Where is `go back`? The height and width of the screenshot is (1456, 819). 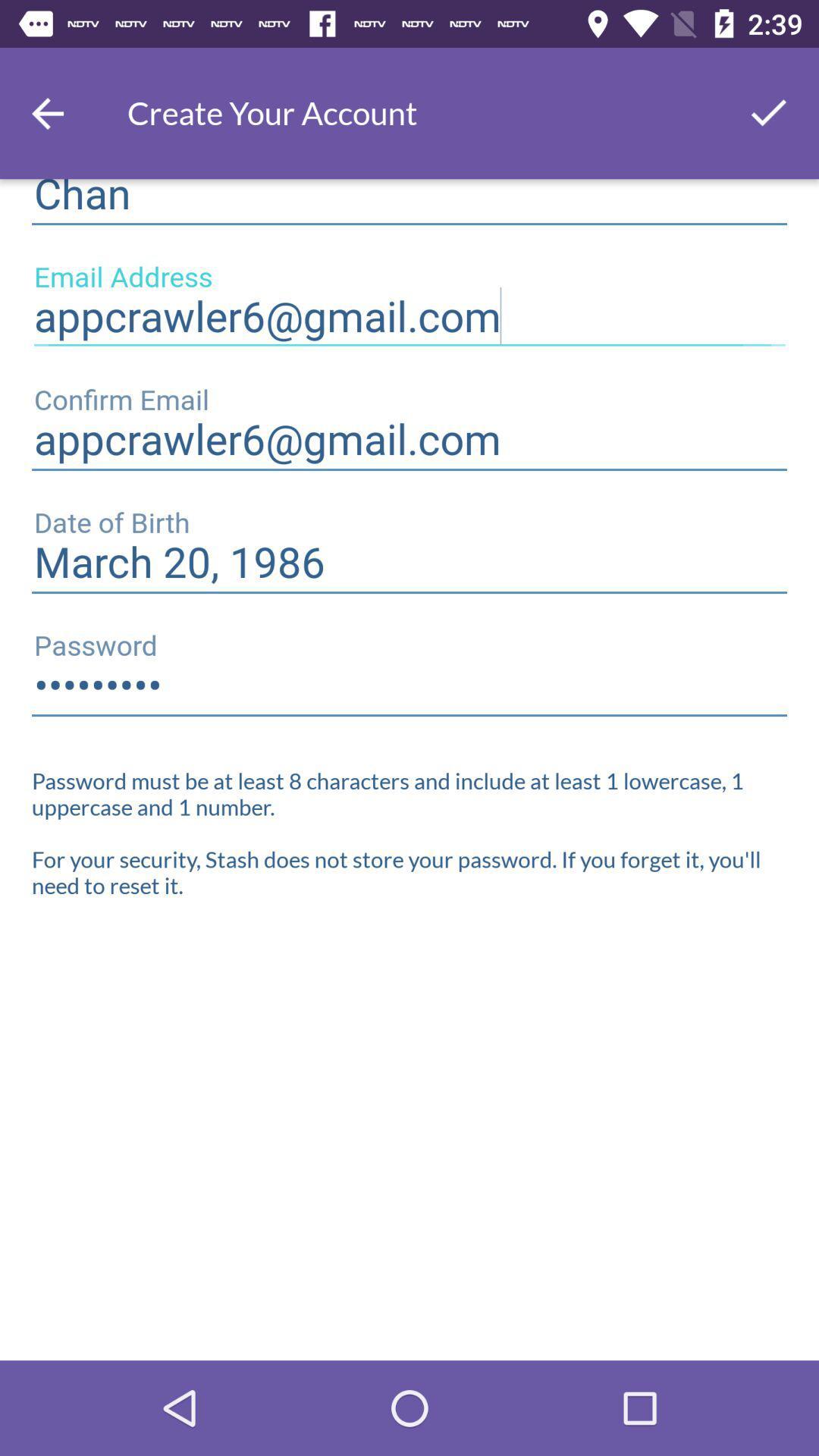 go back is located at coordinates (46, 112).